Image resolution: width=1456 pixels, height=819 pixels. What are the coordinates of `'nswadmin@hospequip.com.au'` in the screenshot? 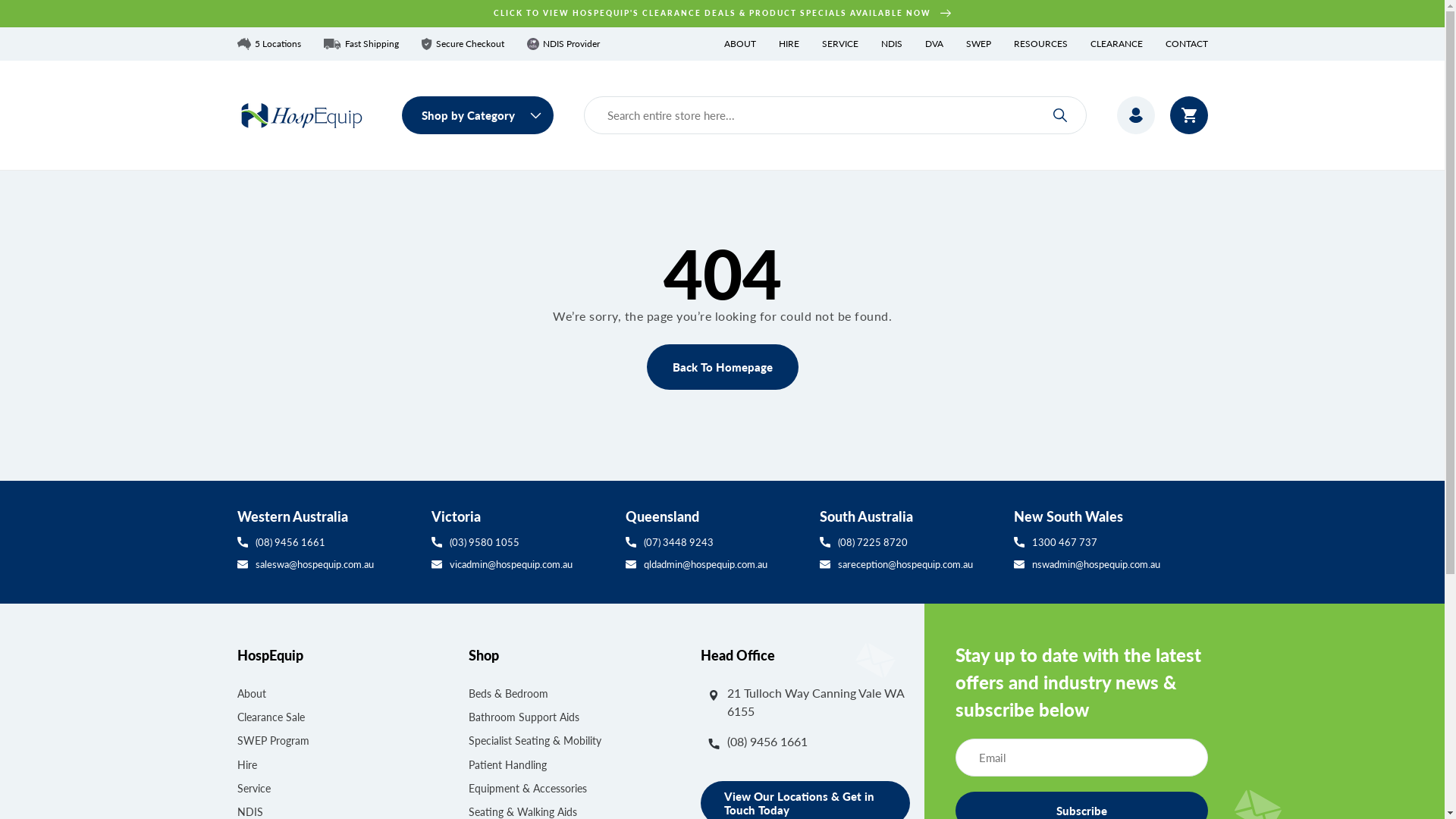 It's located at (1110, 564).